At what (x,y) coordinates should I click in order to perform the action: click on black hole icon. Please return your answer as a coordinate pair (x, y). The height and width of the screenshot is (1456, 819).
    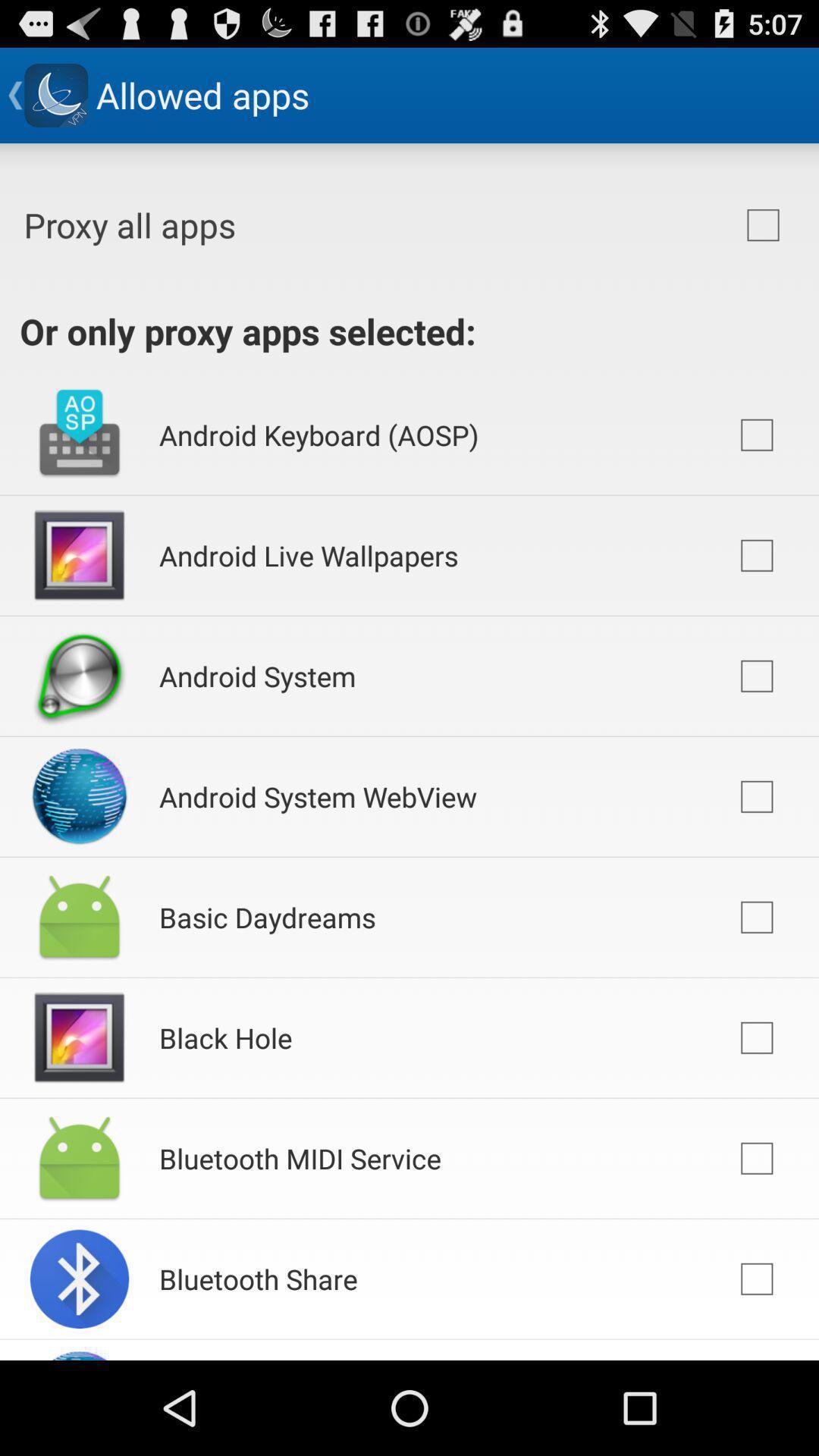
    Looking at the image, I should click on (225, 1037).